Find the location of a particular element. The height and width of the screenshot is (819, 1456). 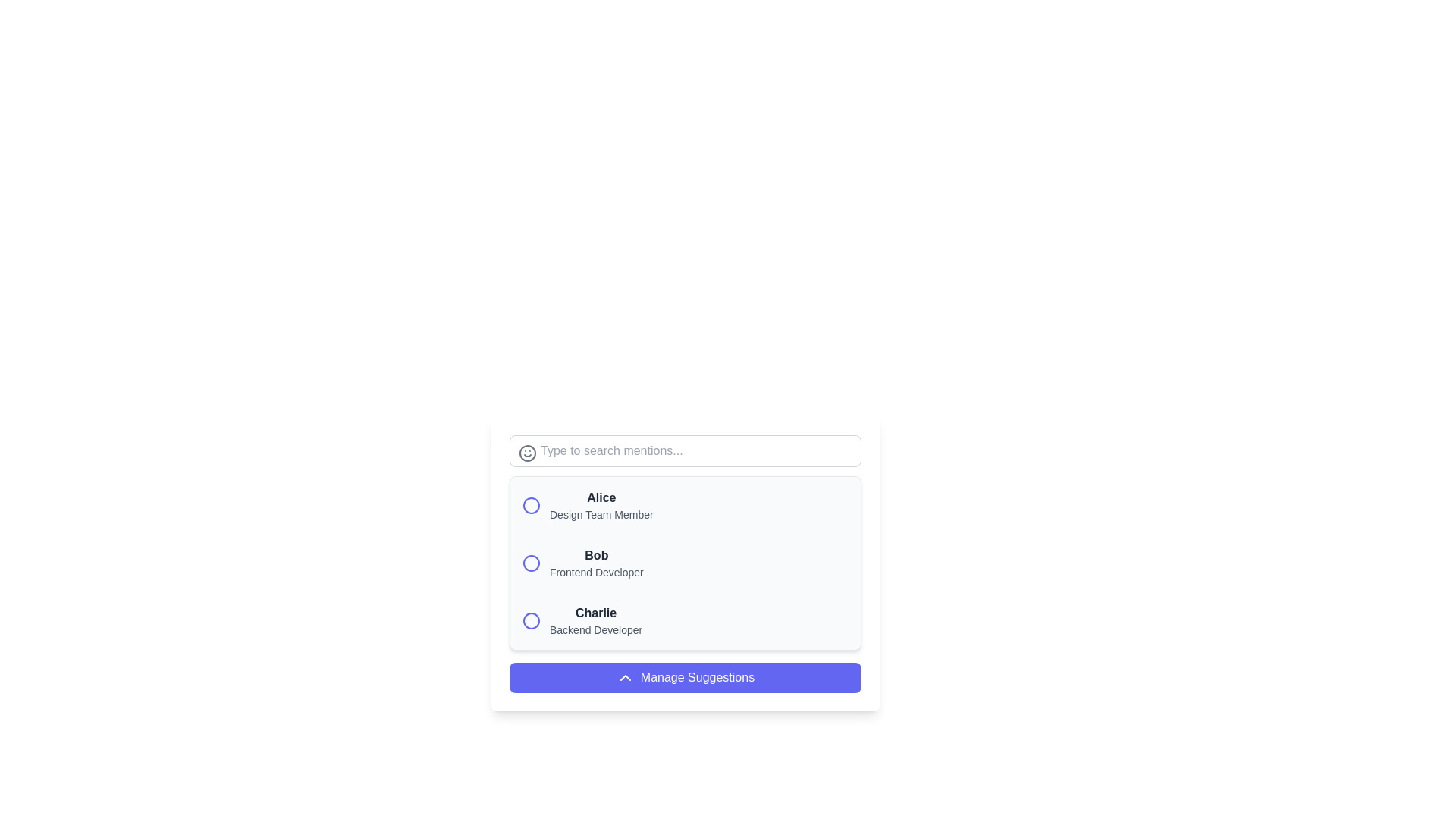

the decorative icon positioned to the left of the text 'Alice' and 'Design Team Member' in the first item of the vertically stacked list is located at coordinates (531, 506).